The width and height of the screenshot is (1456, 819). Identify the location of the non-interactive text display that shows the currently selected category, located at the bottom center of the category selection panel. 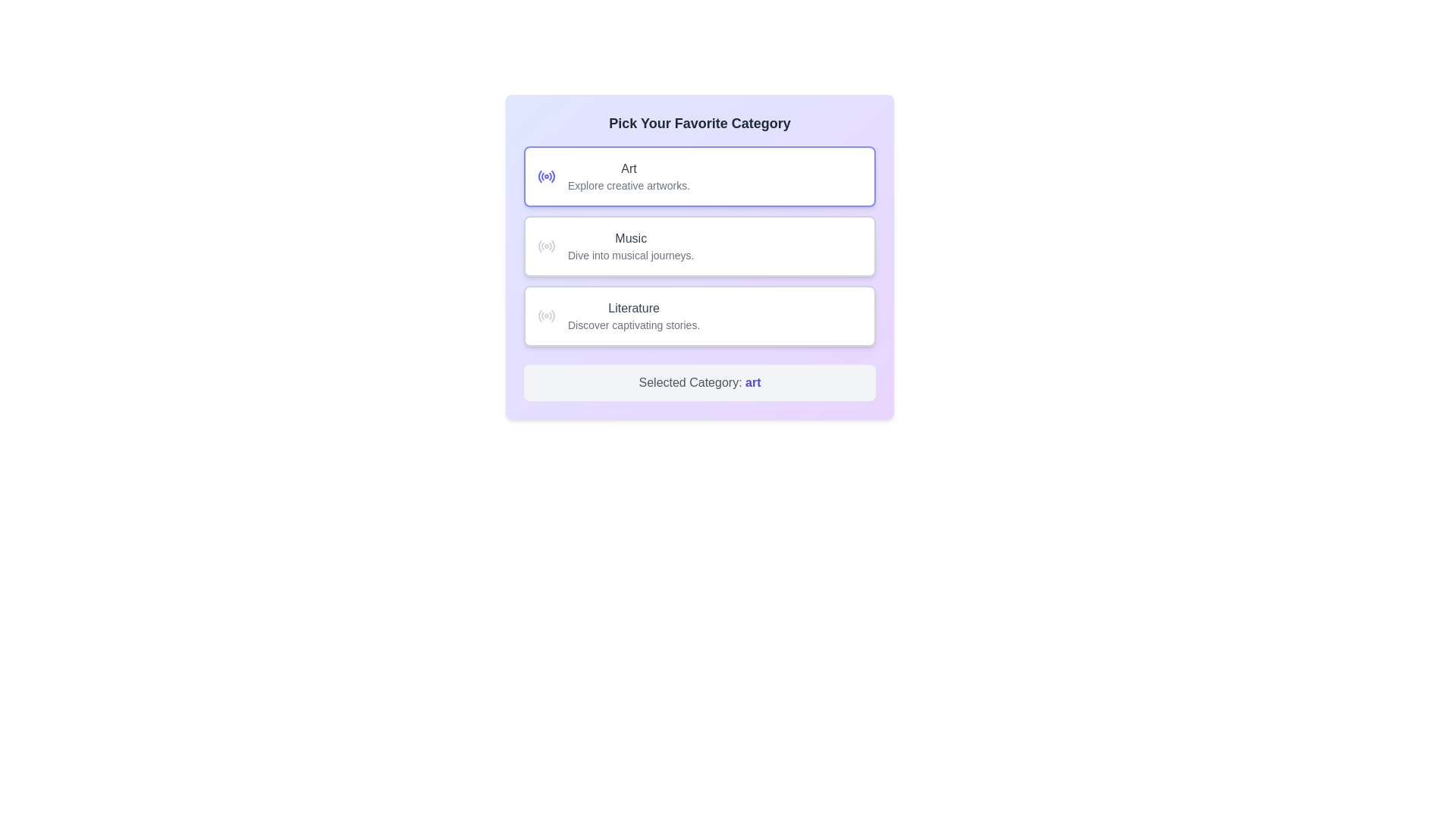
(698, 382).